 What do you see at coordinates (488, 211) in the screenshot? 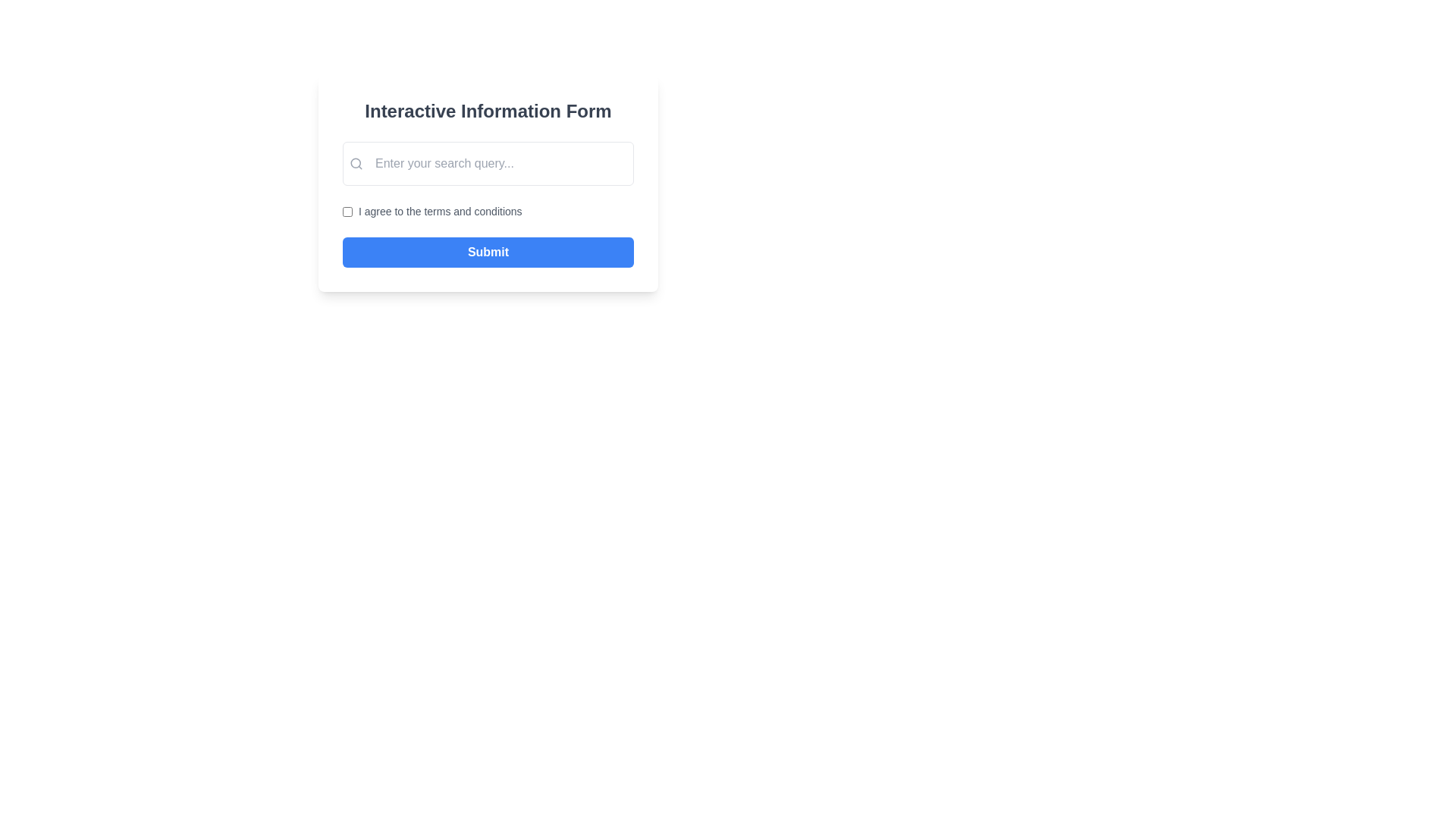
I see `the label text 'I agree to the terms and conditions' of the checkbox element positioned below the search bar and above the blue 'Submit' button` at bounding box center [488, 211].